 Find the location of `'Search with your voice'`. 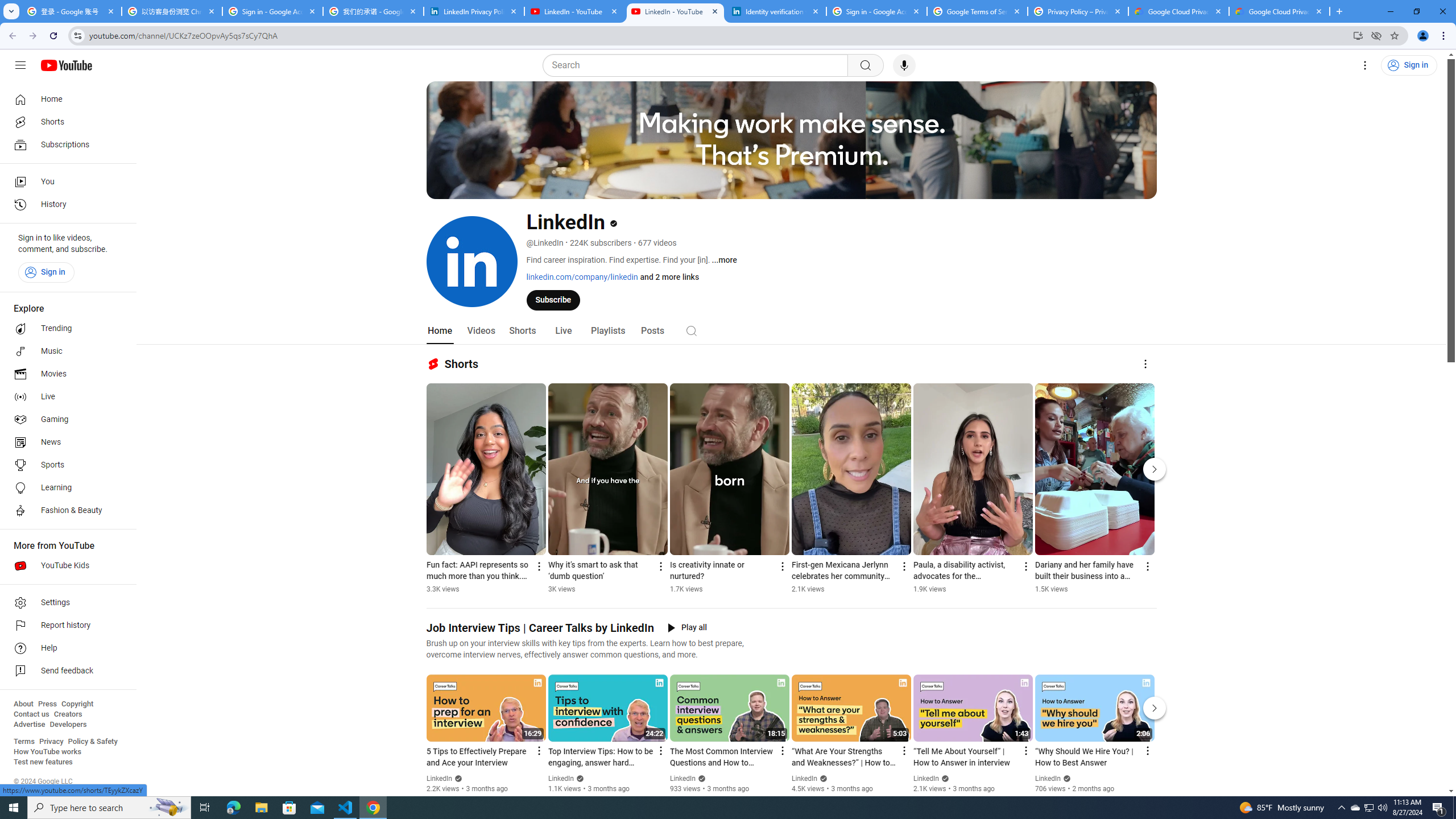

'Search with your voice' is located at coordinates (904, 65).